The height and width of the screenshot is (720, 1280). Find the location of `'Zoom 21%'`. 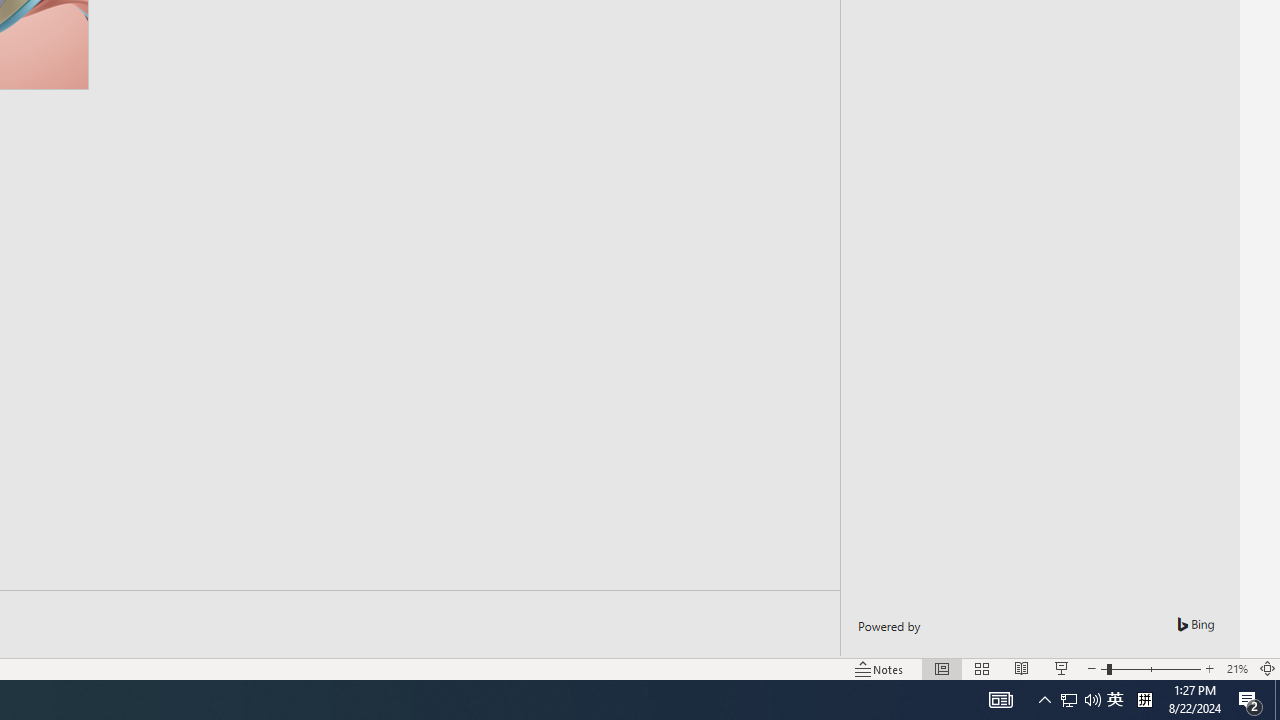

'Zoom 21%' is located at coordinates (1236, 669).